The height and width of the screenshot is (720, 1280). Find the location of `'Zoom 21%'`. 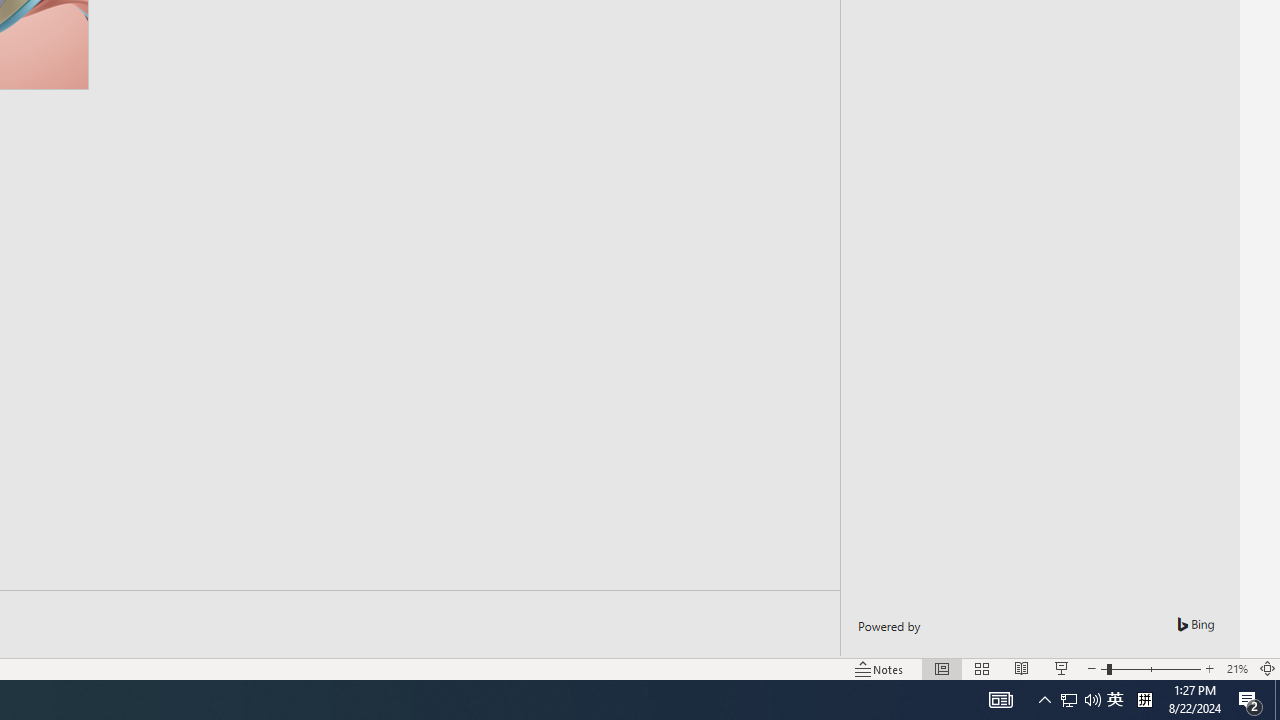

'Zoom 21%' is located at coordinates (1236, 669).